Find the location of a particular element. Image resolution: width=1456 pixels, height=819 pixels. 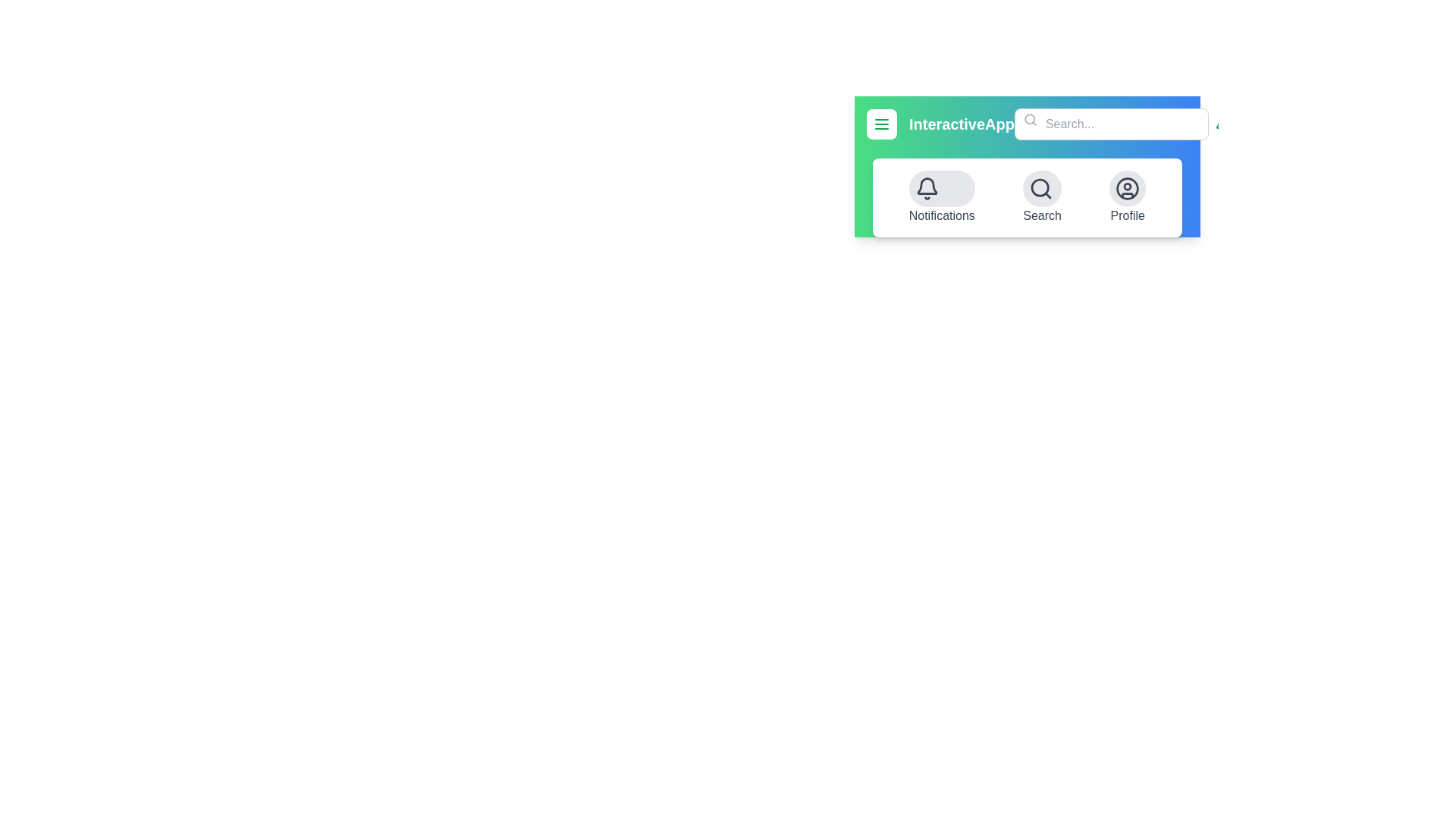

the search button to activate the search functionality is located at coordinates (1040, 188).